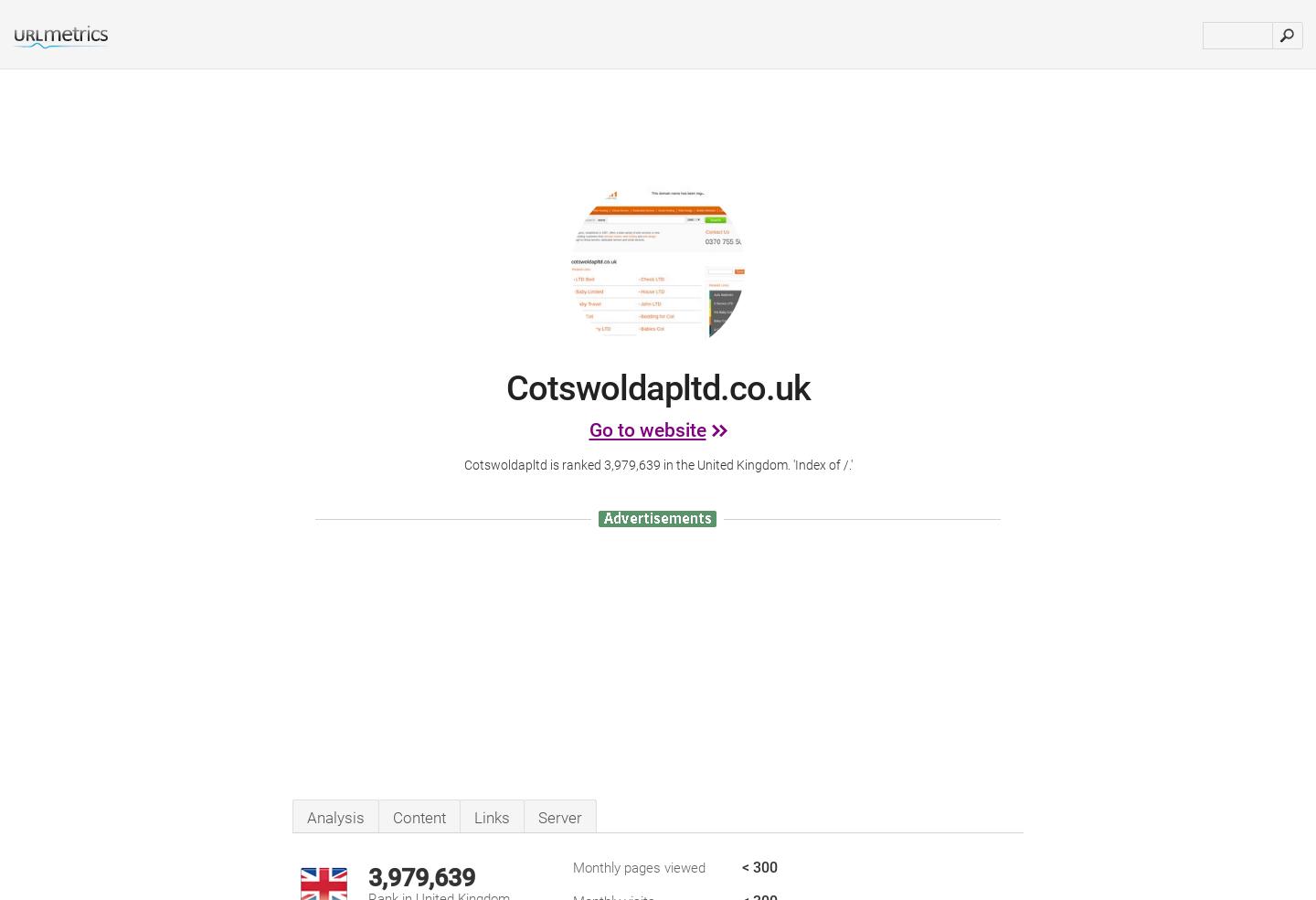  Describe the element at coordinates (587, 429) in the screenshot. I see `'Go to website'` at that location.